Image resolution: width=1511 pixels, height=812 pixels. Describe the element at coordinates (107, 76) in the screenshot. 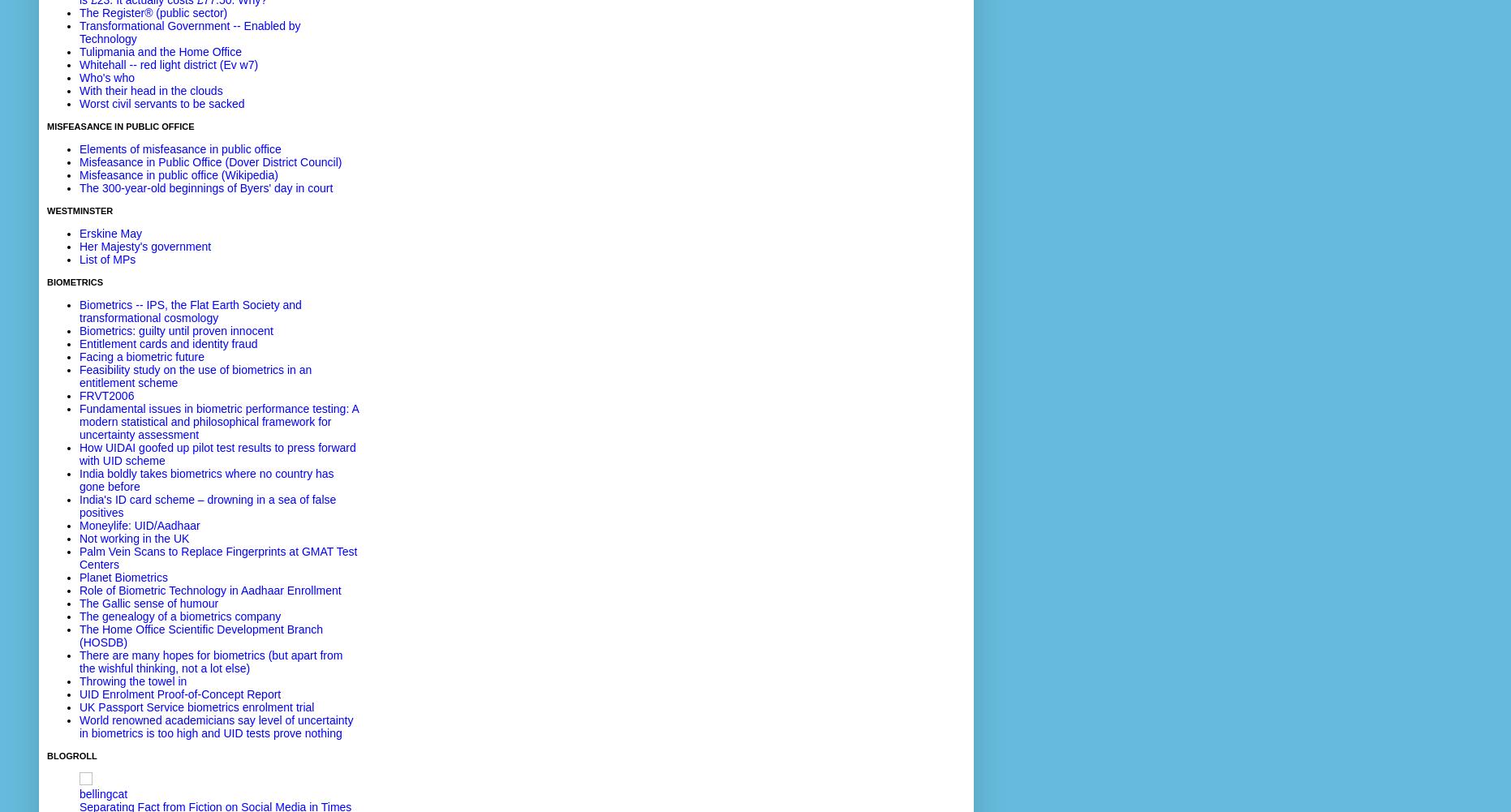

I see `'Who's who'` at that location.